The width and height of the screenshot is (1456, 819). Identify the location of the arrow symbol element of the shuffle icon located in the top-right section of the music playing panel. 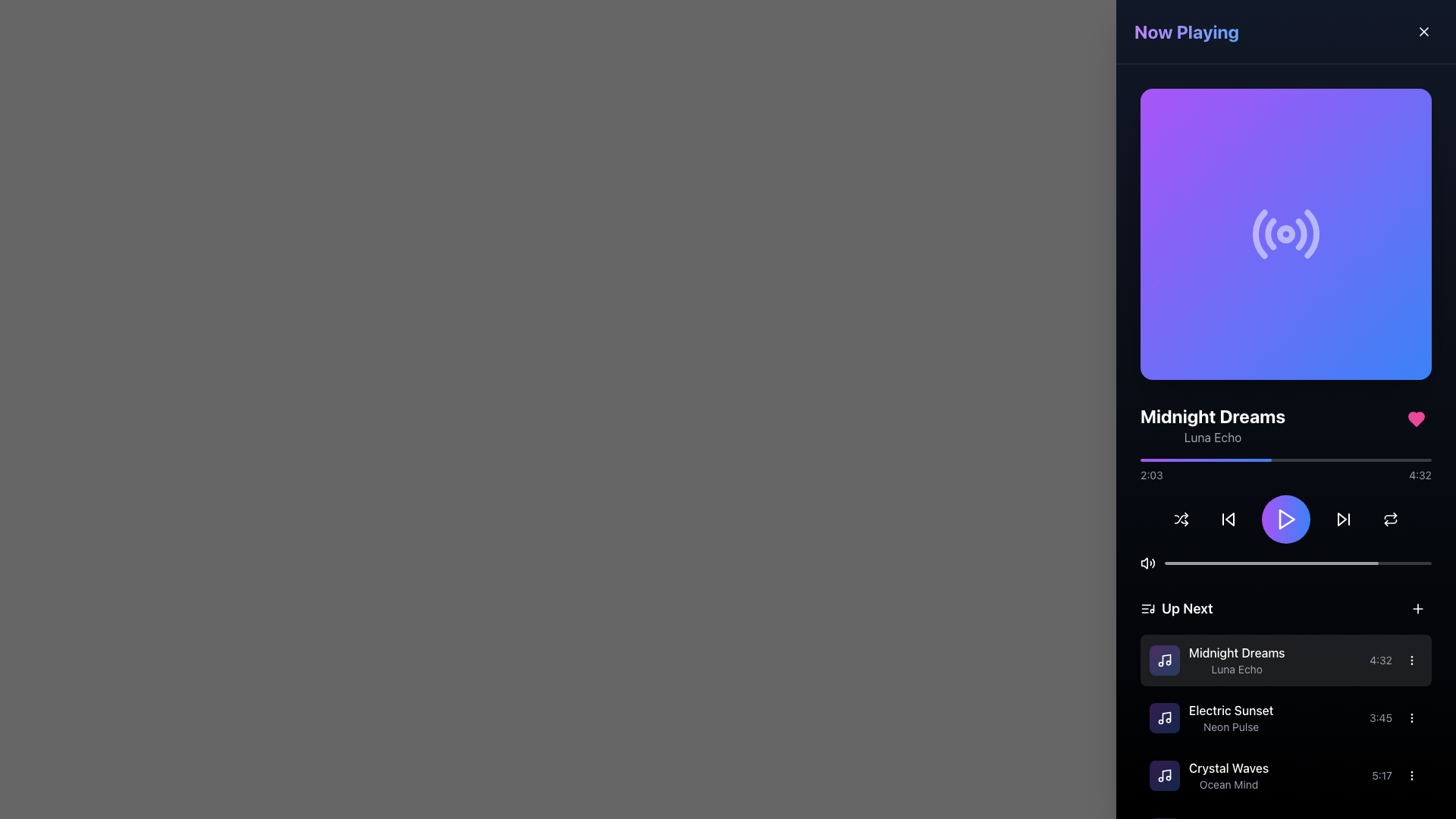
(1181, 519).